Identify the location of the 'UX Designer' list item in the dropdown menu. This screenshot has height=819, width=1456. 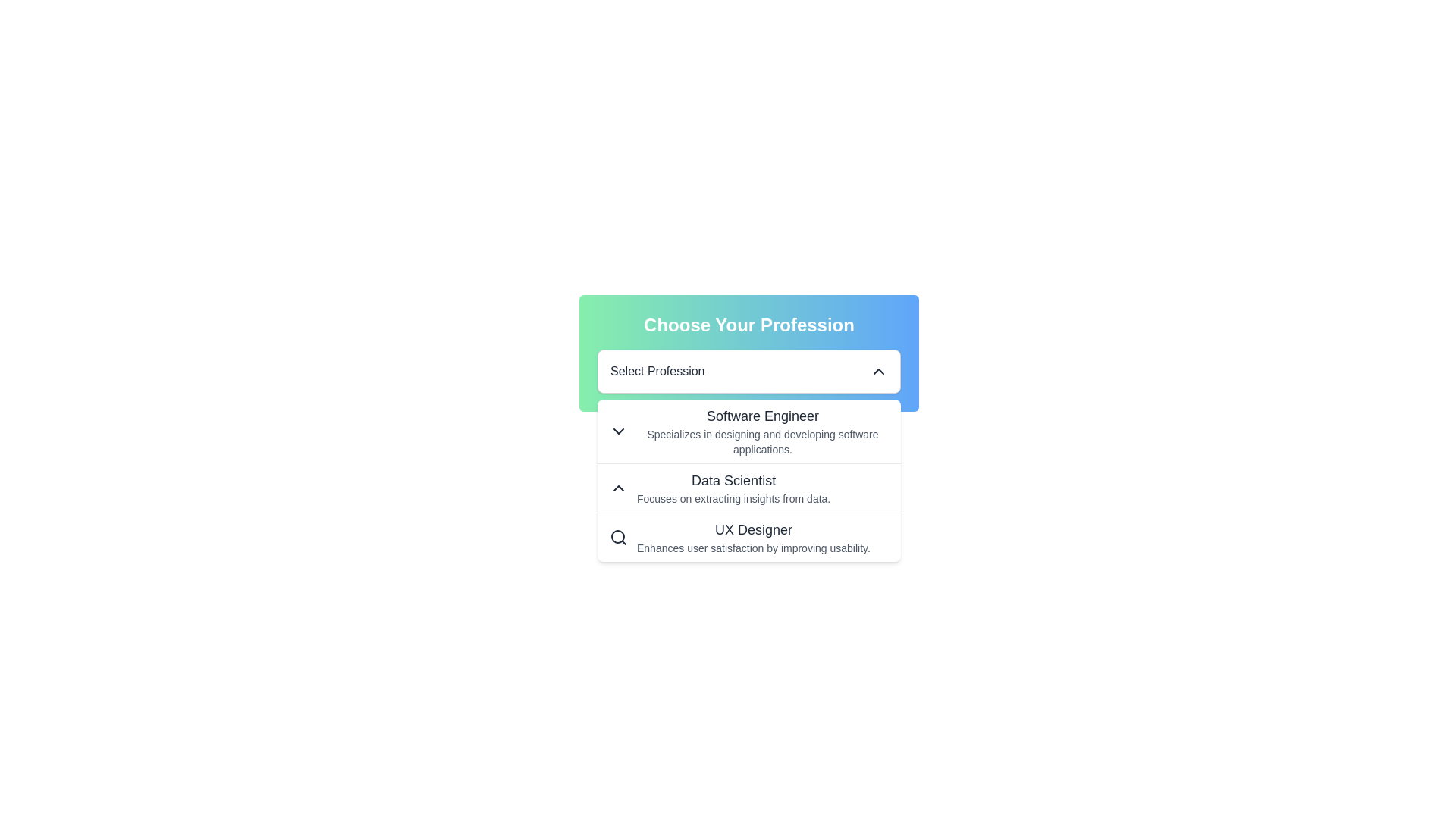
(749, 537).